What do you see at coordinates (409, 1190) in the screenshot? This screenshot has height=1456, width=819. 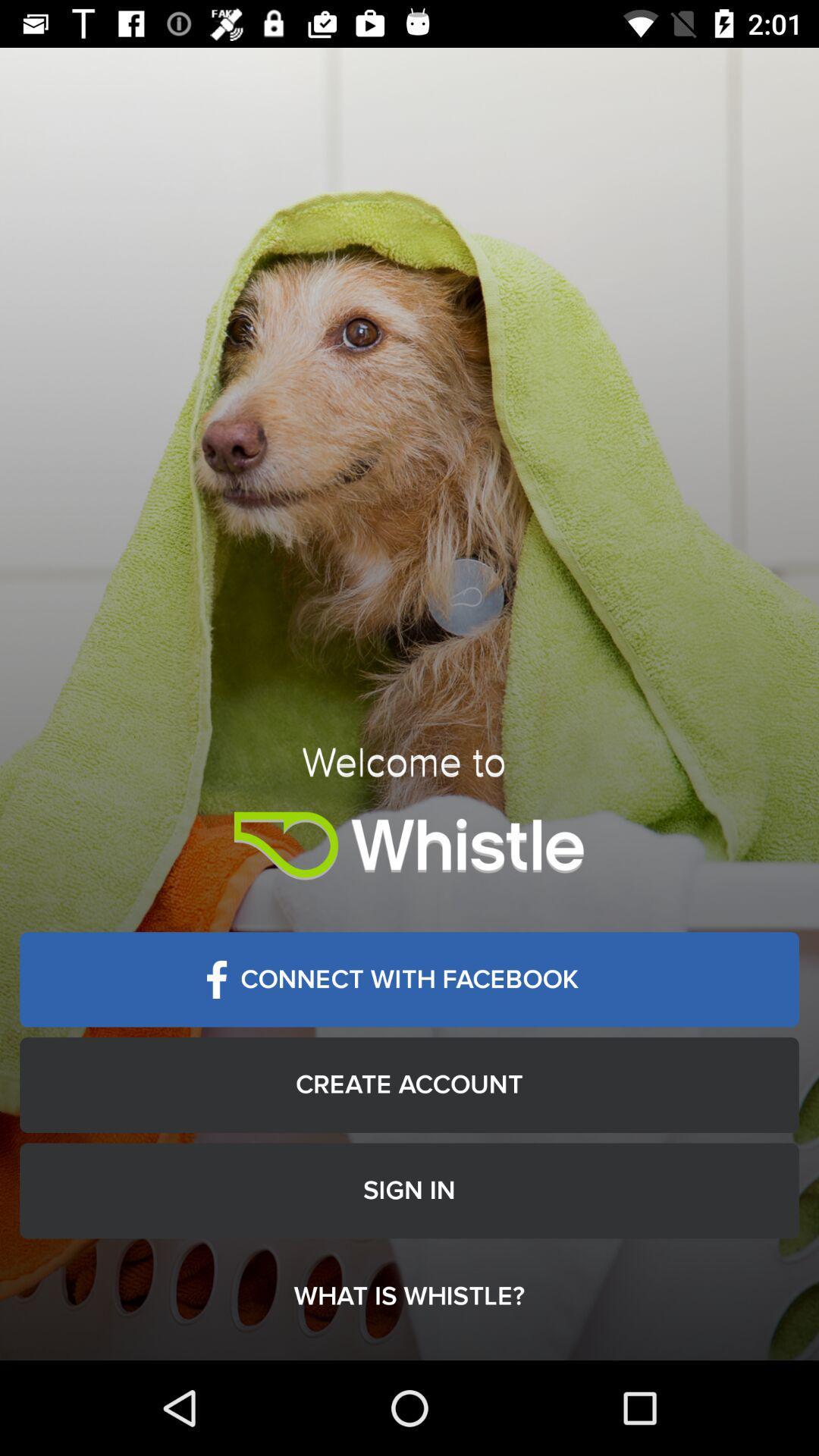 I see `the icon above the what is whistle? icon` at bounding box center [409, 1190].